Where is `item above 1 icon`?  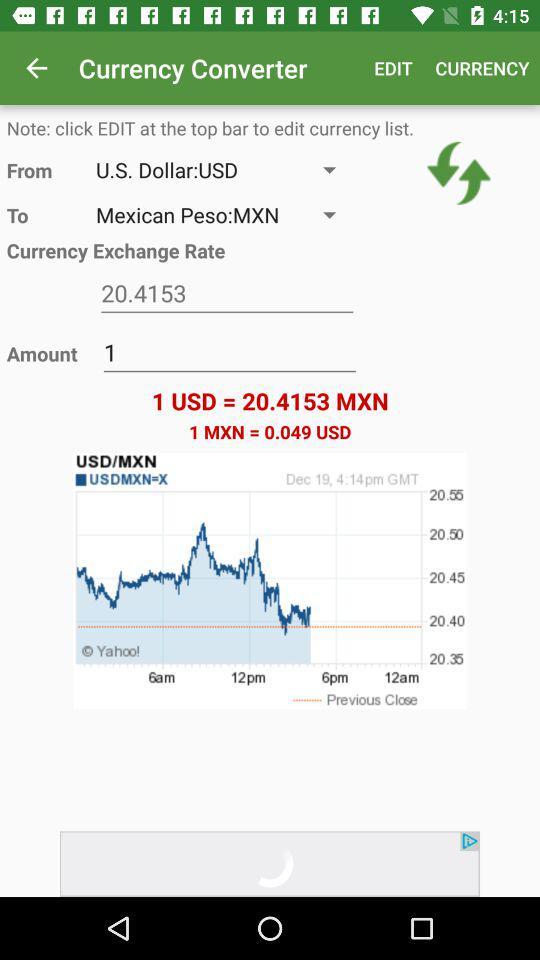
item above 1 icon is located at coordinates (226, 292).